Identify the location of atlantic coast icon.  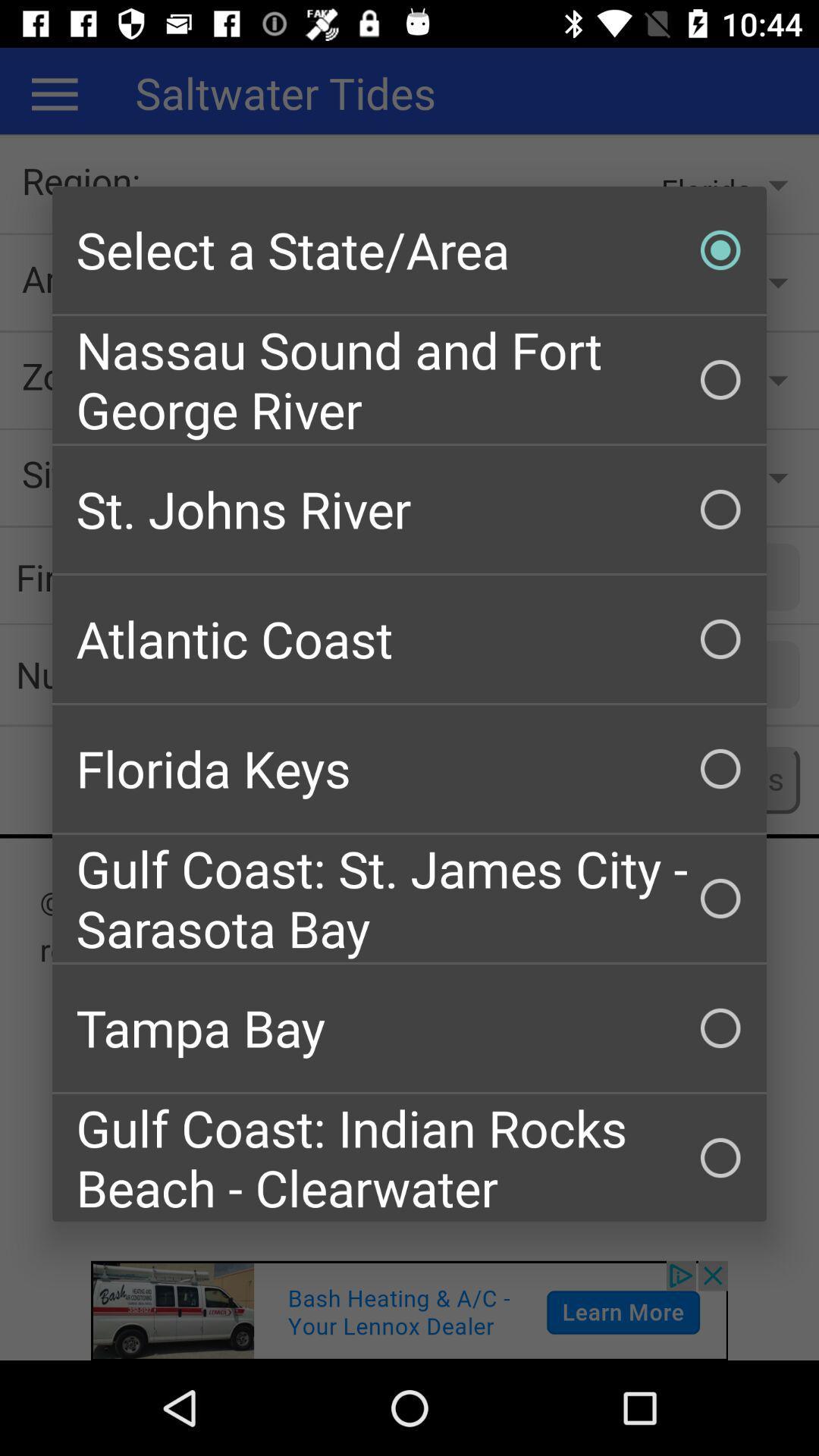
(409, 639).